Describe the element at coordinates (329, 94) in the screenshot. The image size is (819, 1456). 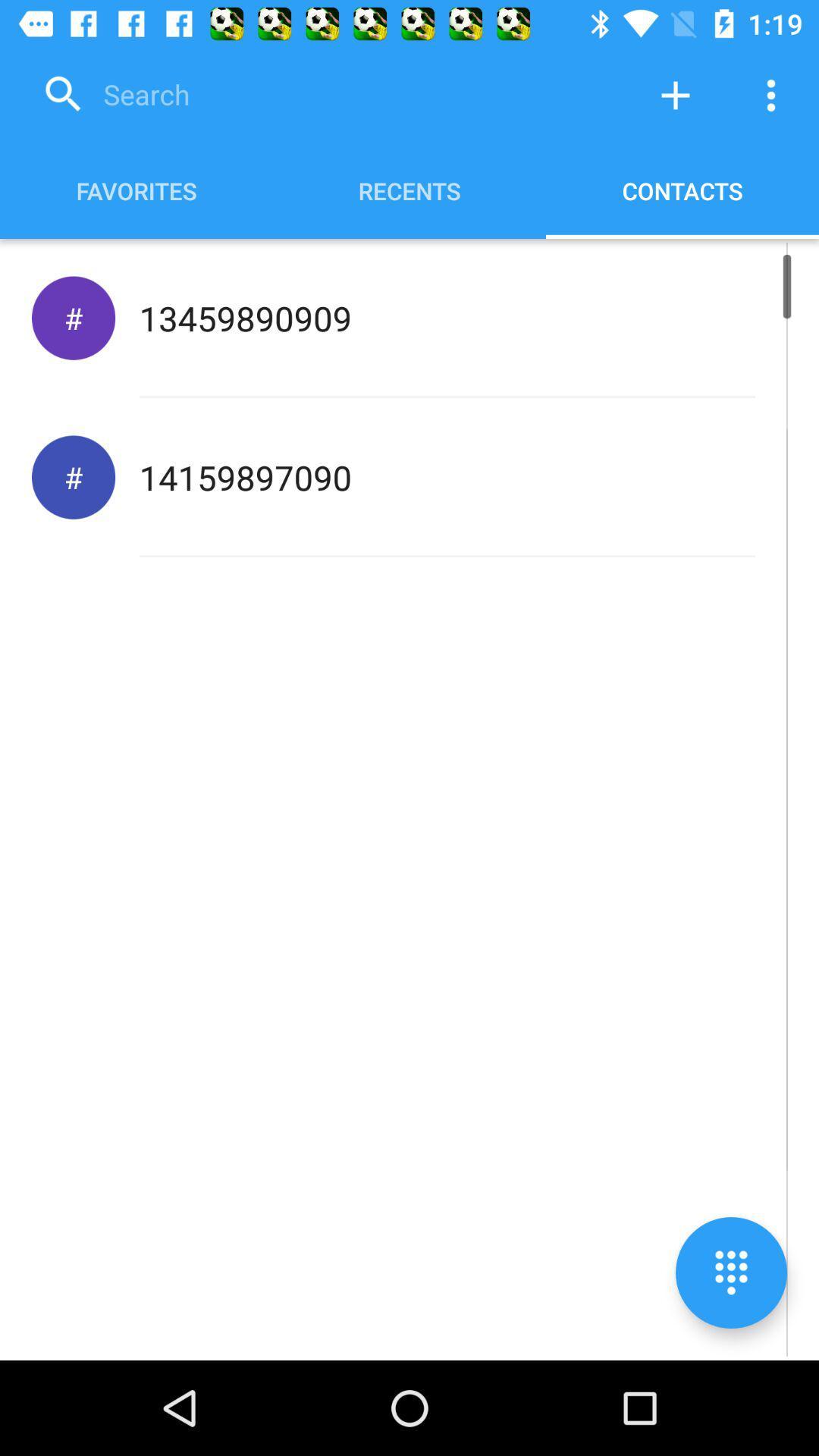
I see `search bar` at that location.